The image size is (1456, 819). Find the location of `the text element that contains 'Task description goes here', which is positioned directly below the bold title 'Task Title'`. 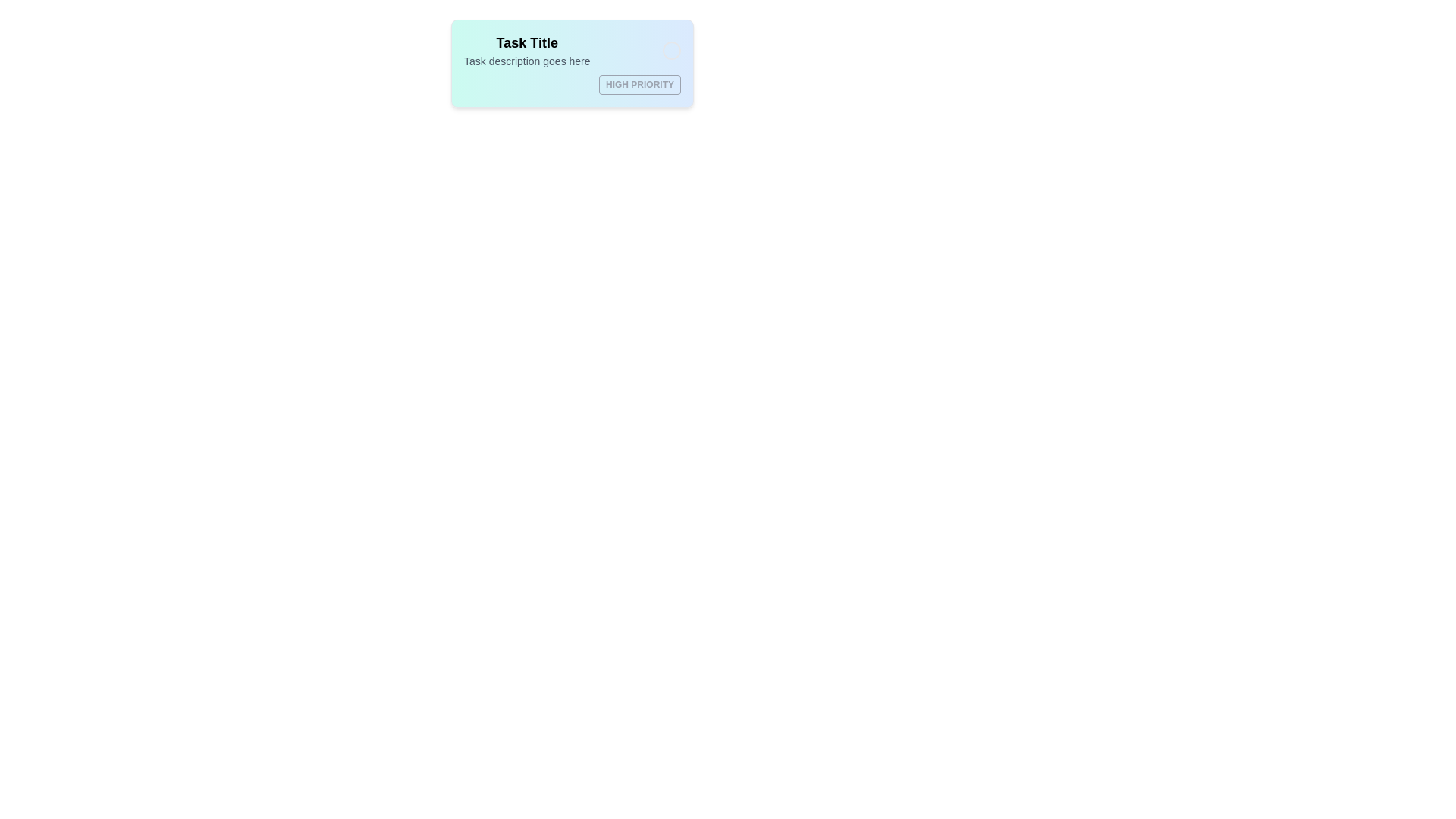

the text element that contains 'Task description goes here', which is positioned directly below the bold title 'Task Title' is located at coordinates (527, 61).